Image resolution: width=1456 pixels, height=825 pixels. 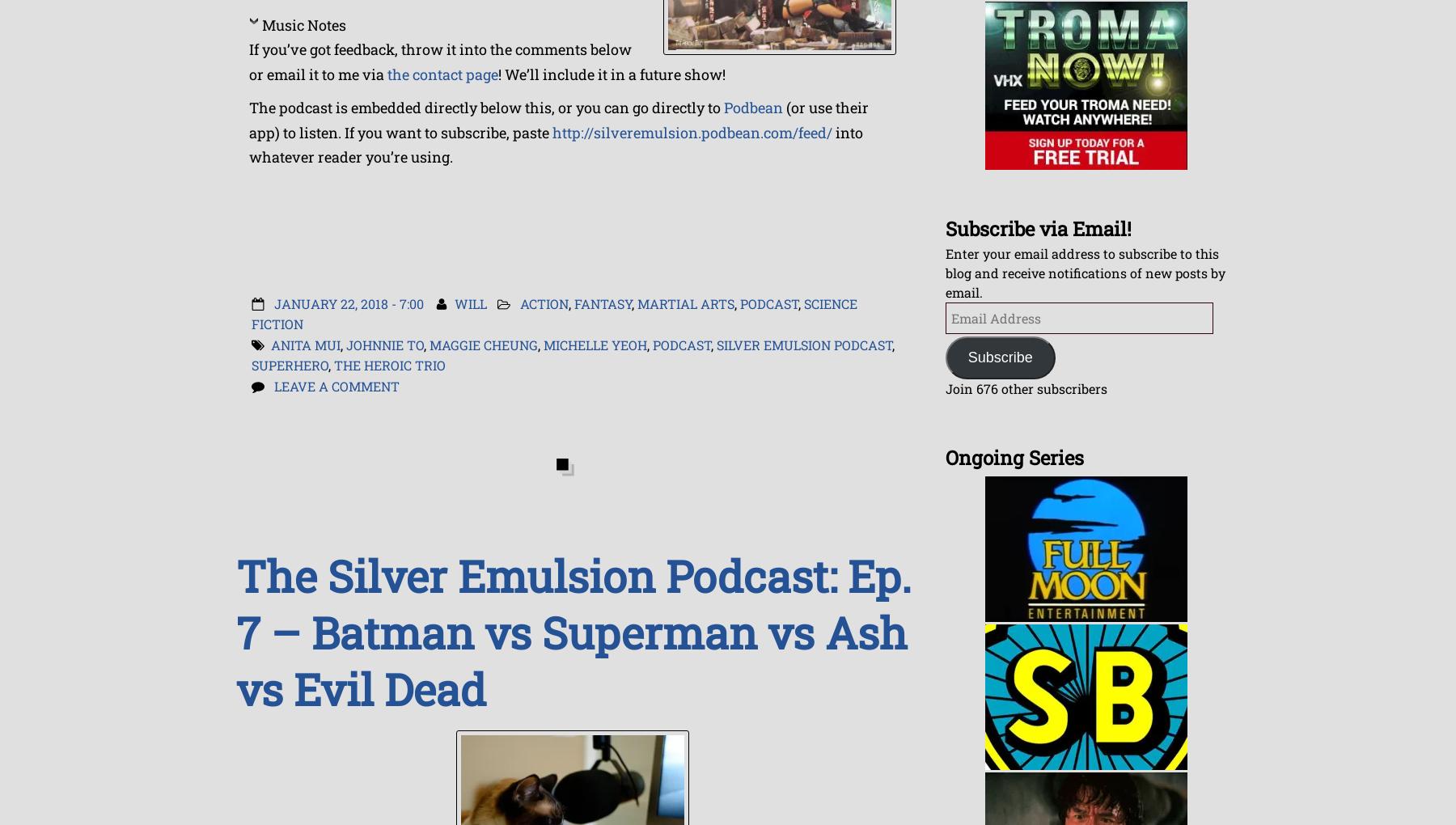 What do you see at coordinates (261, 23) in the screenshot?
I see `'Music Notes'` at bounding box center [261, 23].